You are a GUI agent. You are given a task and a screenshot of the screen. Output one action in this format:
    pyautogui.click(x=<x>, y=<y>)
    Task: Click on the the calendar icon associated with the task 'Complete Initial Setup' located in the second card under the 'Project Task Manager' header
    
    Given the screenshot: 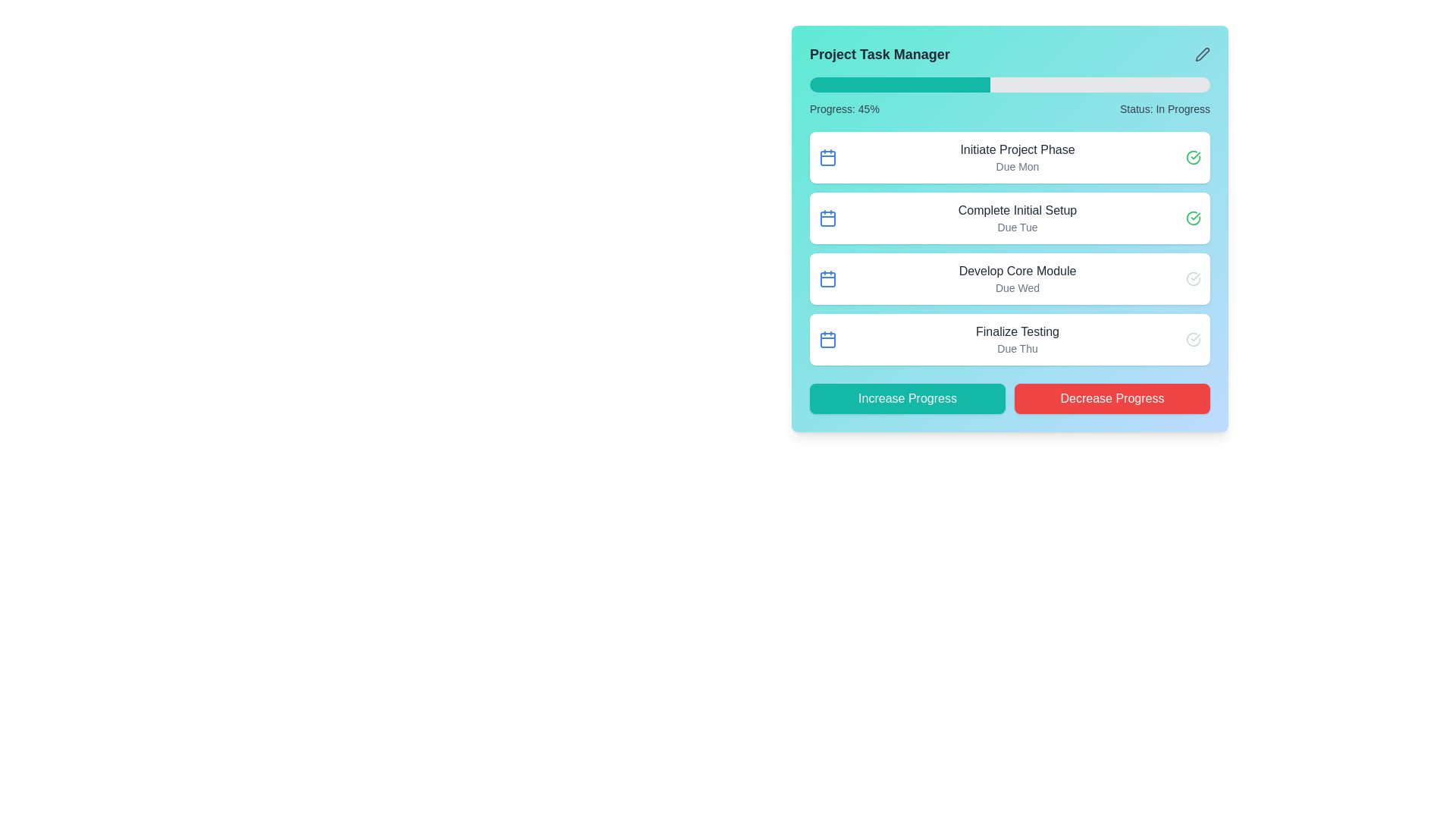 What is the action you would take?
    pyautogui.click(x=827, y=218)
    